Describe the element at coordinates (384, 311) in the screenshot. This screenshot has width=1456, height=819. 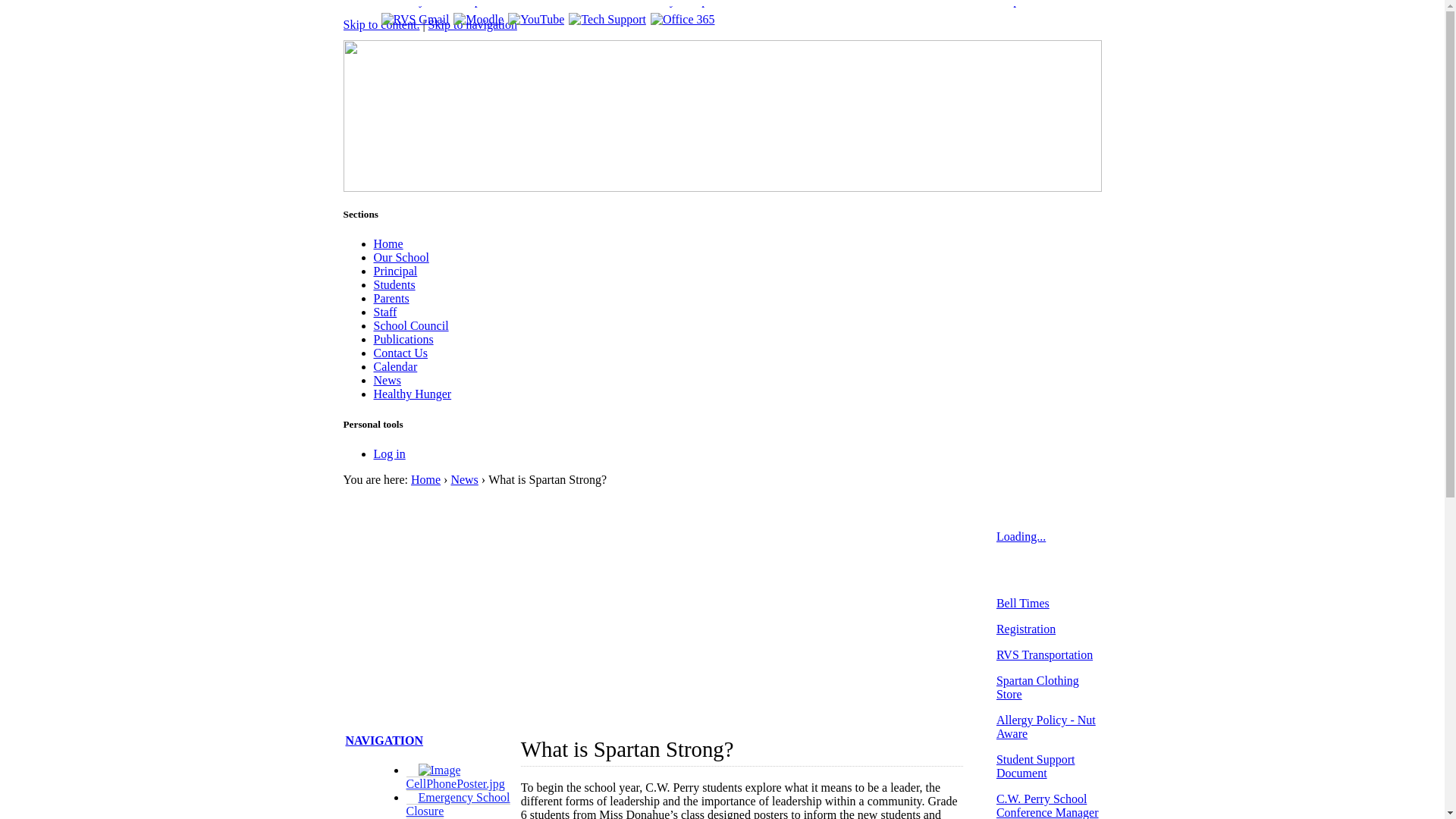
I see `'Staff'` at that location.